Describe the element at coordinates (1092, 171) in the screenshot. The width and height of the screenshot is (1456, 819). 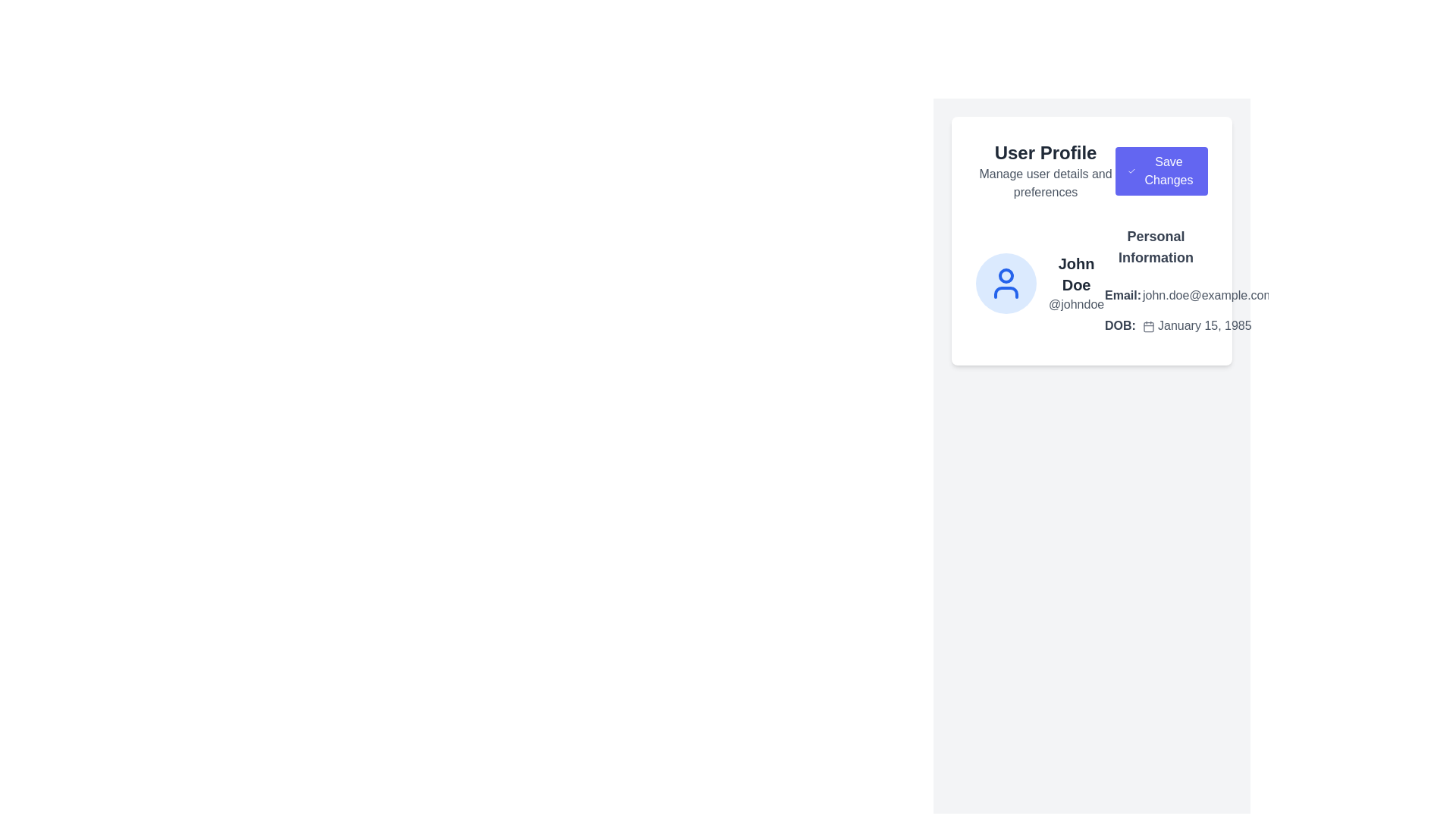
I see `descriptive text of the 'User Profile' header and its accompanying description 'Manage user details and preferences' located at the top part of the card component` at that location.